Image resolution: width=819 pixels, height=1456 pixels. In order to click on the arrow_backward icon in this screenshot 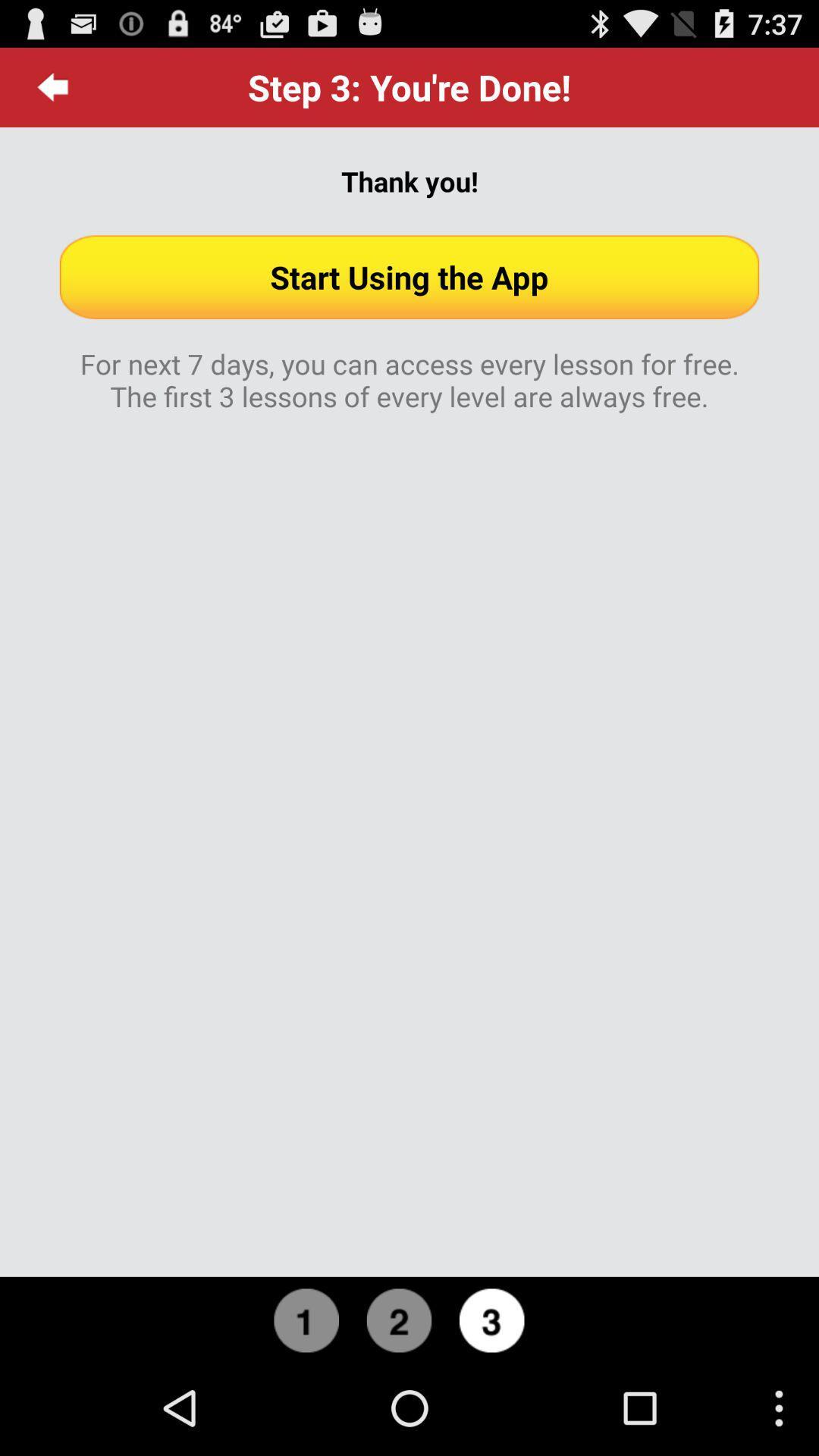, I will do `click(52, 93)`.